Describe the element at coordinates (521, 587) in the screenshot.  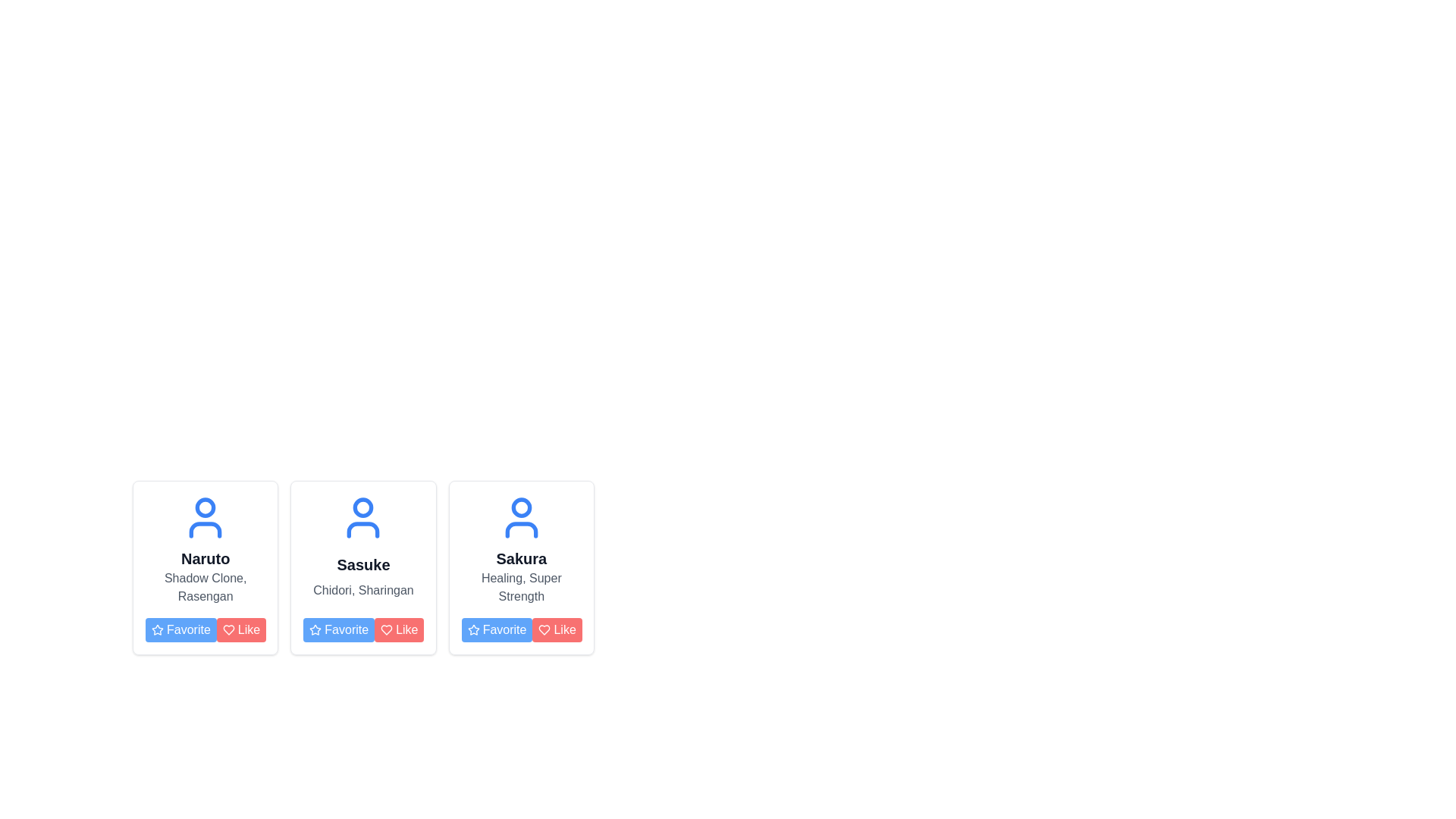
I see `the static text label that describes the characteristics or abilities of 'Sakura', located below the name 'Sakura' in the third card, between the 'Favorite' and 'Like' buttons` at that location.